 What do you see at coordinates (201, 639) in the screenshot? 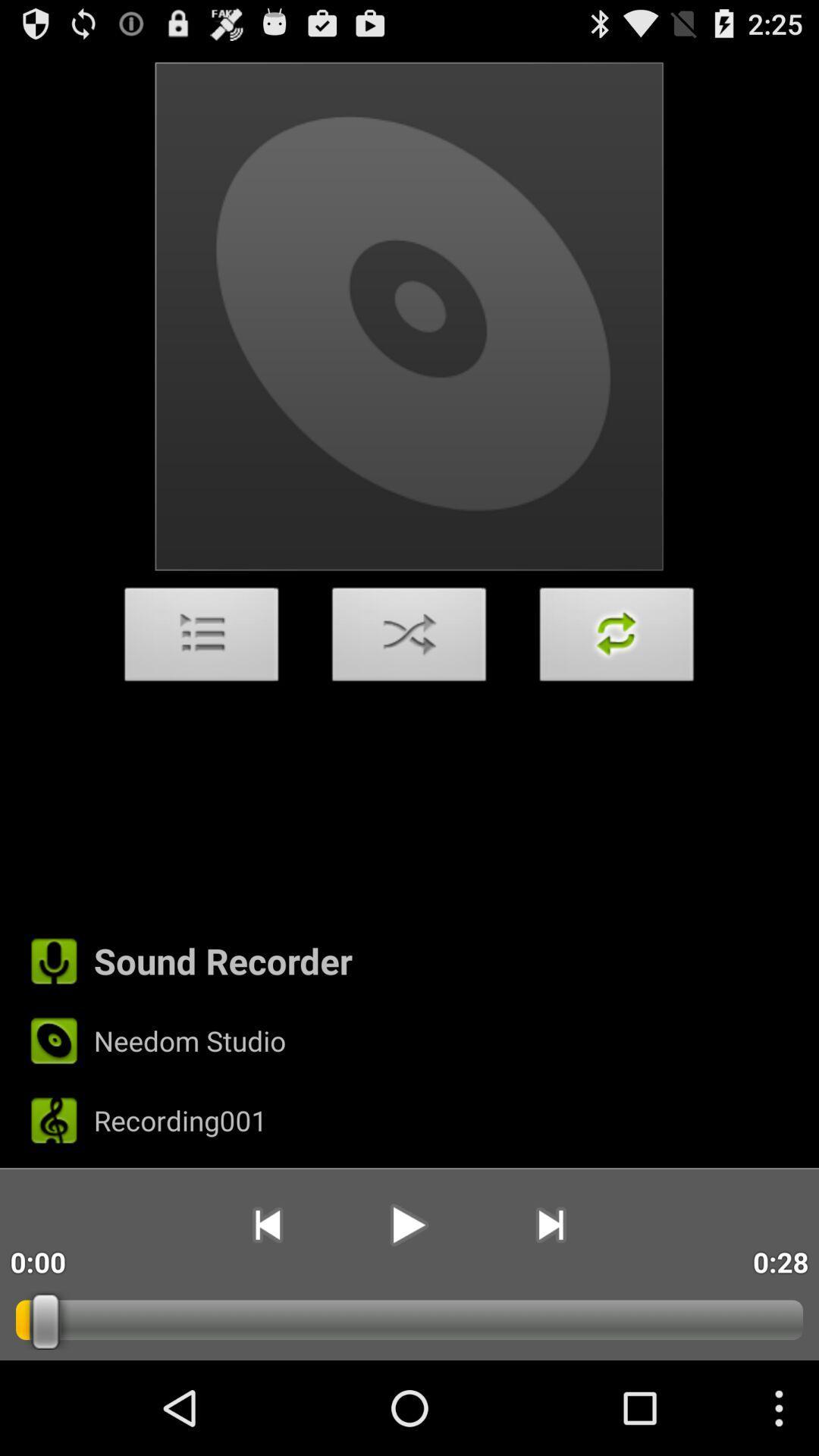
I see `the icon above the sound recorder item` at bounding box center [201, 639].